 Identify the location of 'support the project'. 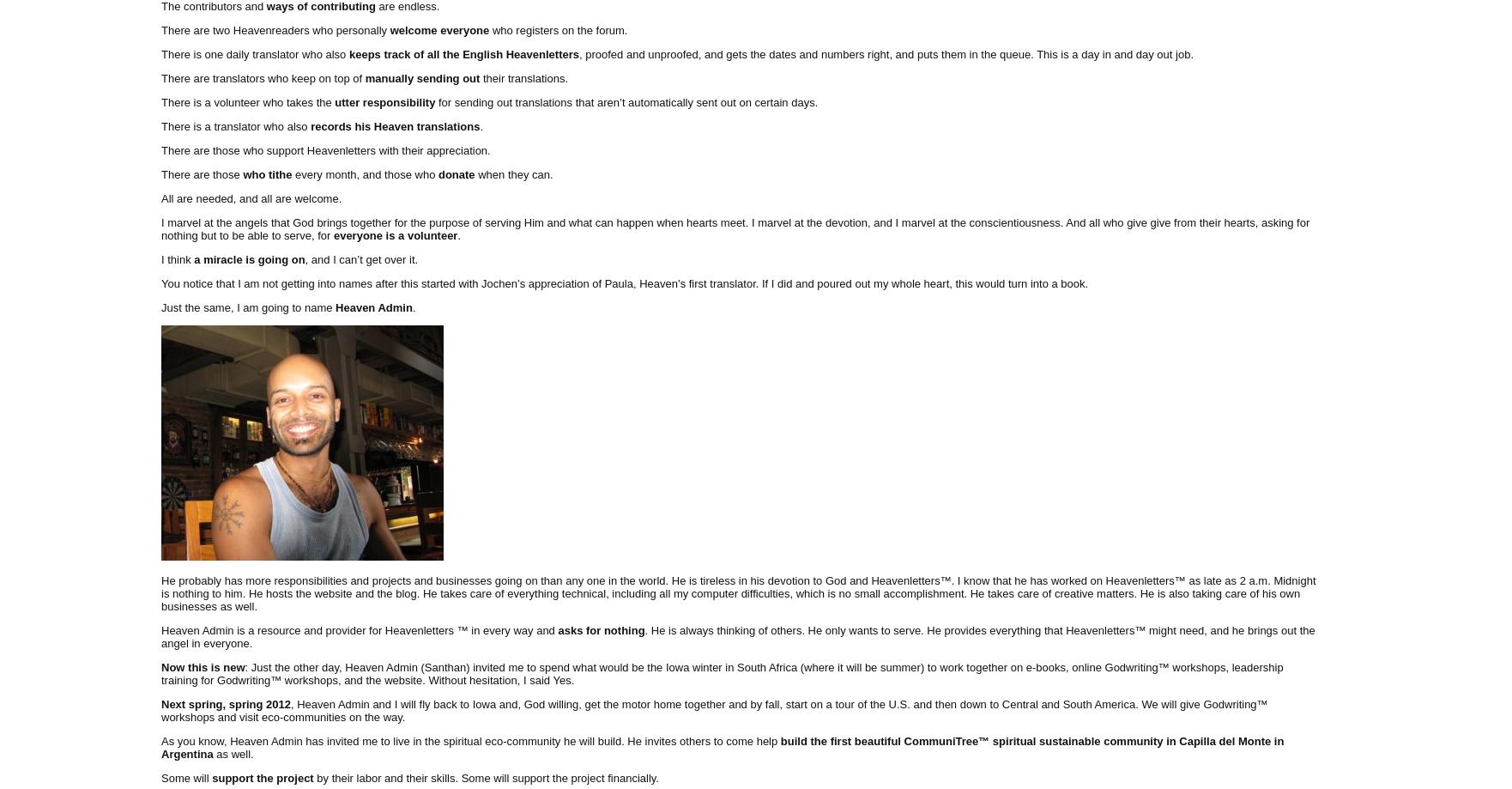
(263, 776).